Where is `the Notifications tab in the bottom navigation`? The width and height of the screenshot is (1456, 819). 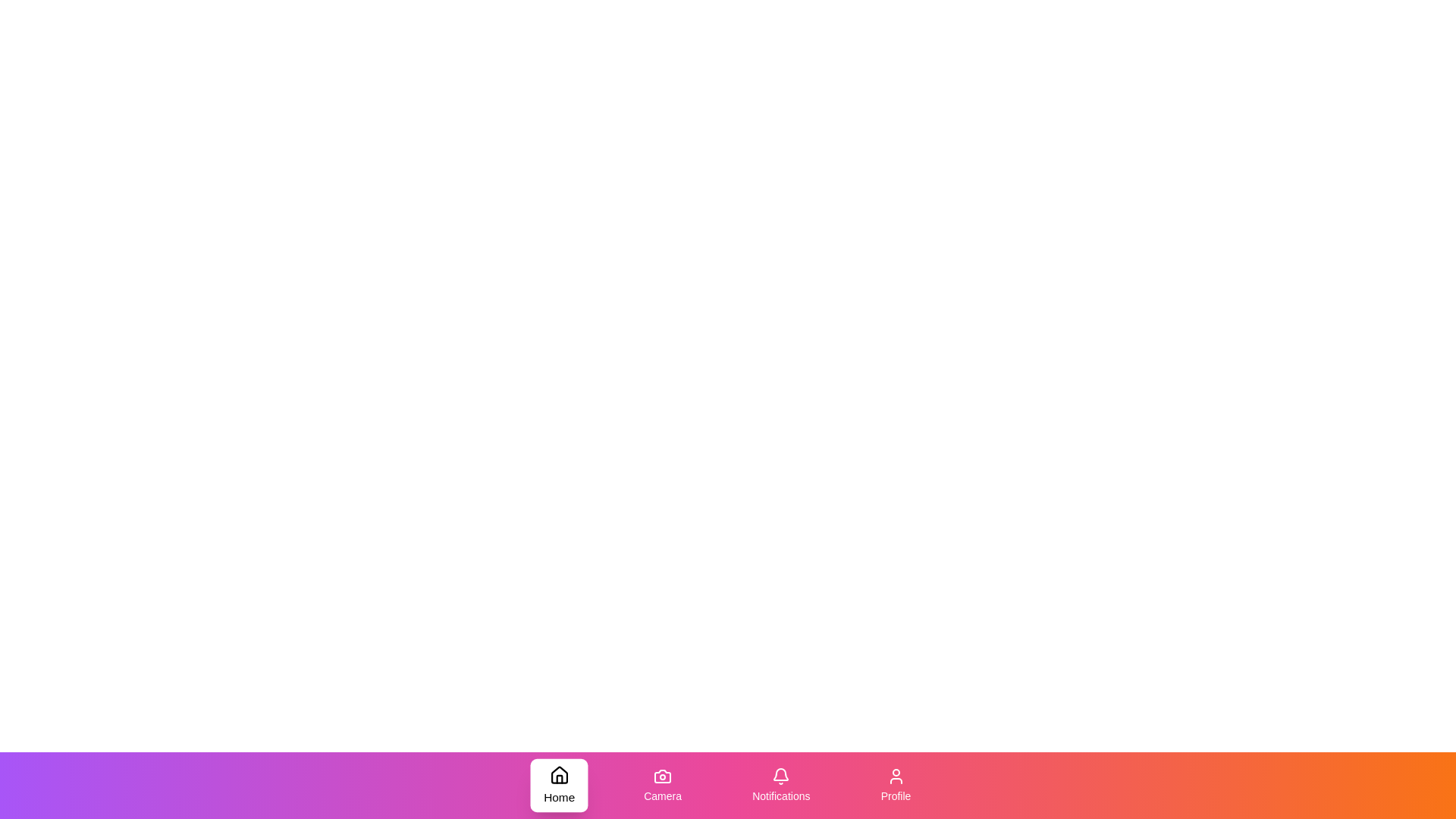 the Notifications tab in the bottom navigation is located at coordinates (781, 785).